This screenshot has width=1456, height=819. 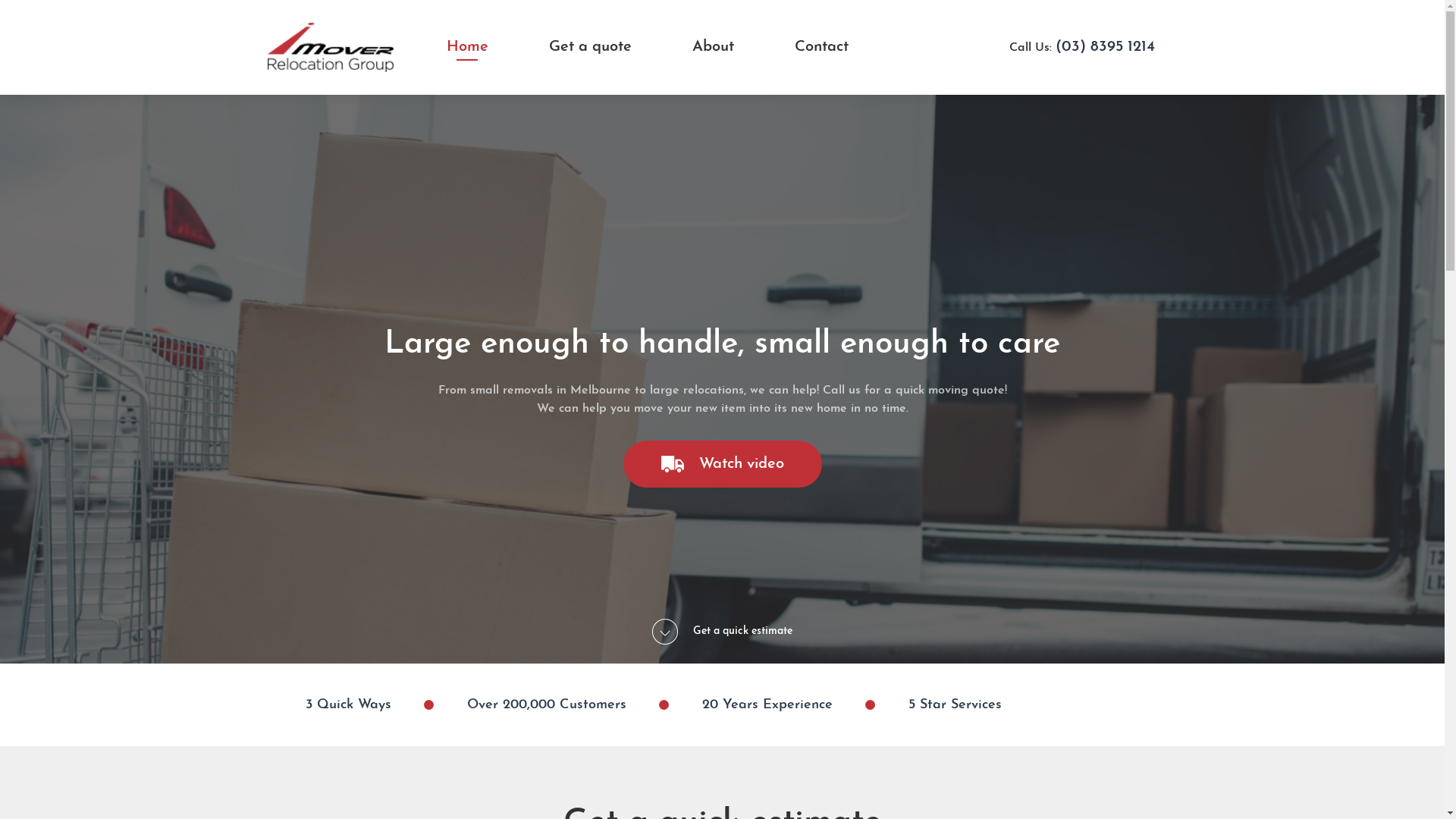 I want to click on 'About', so click(x=711, y=45).